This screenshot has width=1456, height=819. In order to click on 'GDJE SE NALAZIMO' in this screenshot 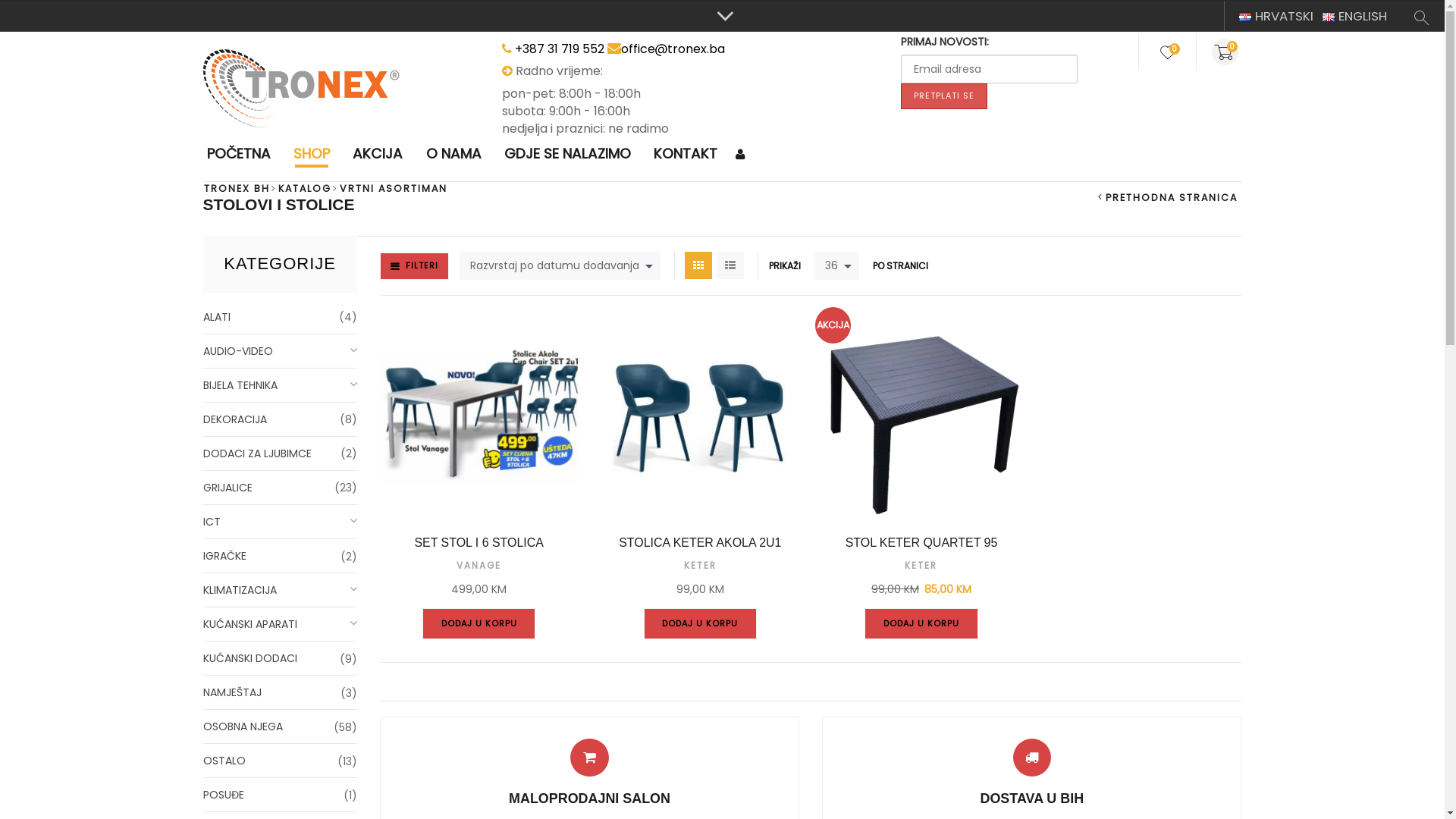, I will do `click(499, 154)`.